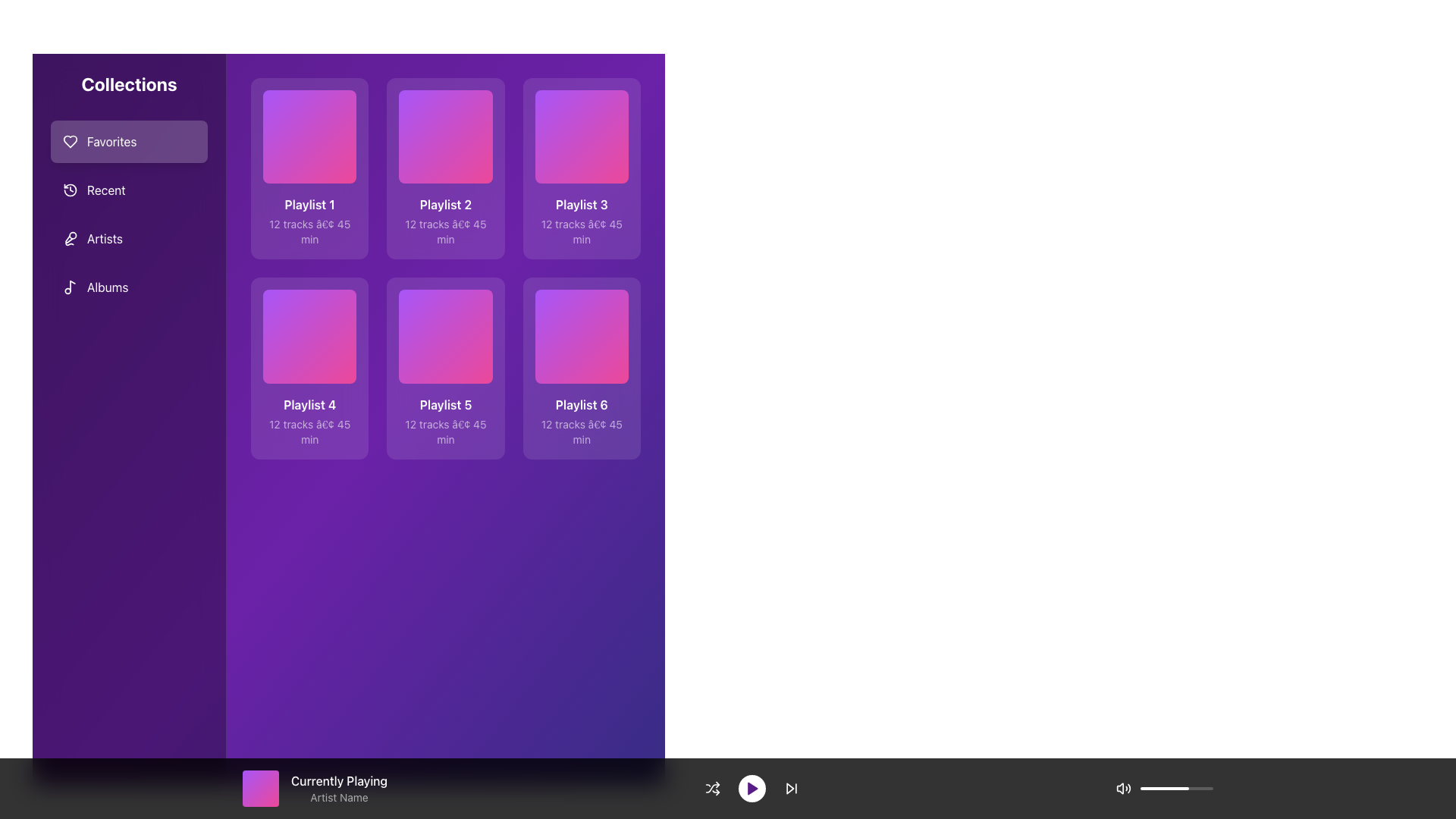  What do you see at coordinates (309, 168) in the screenshot?
I see `the first playlist item card in the grid` at bounding box center [309, 168].